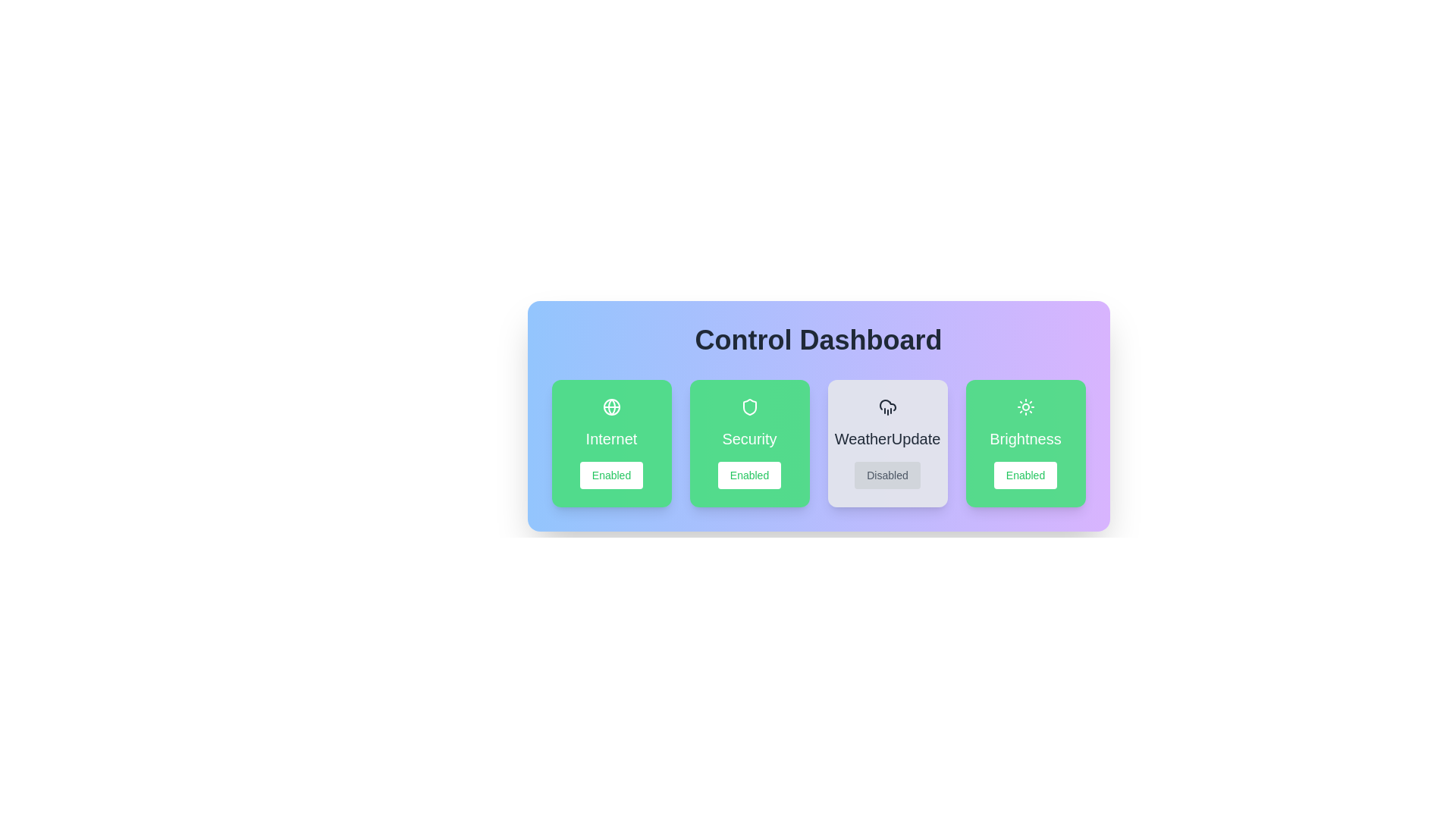 This screenshot has height=819, width=1456. What do you see at coordinates (611, 475) in the screenshot?
I see `button to toggle the state of the feature Internet` at bounding box center [611, 475].